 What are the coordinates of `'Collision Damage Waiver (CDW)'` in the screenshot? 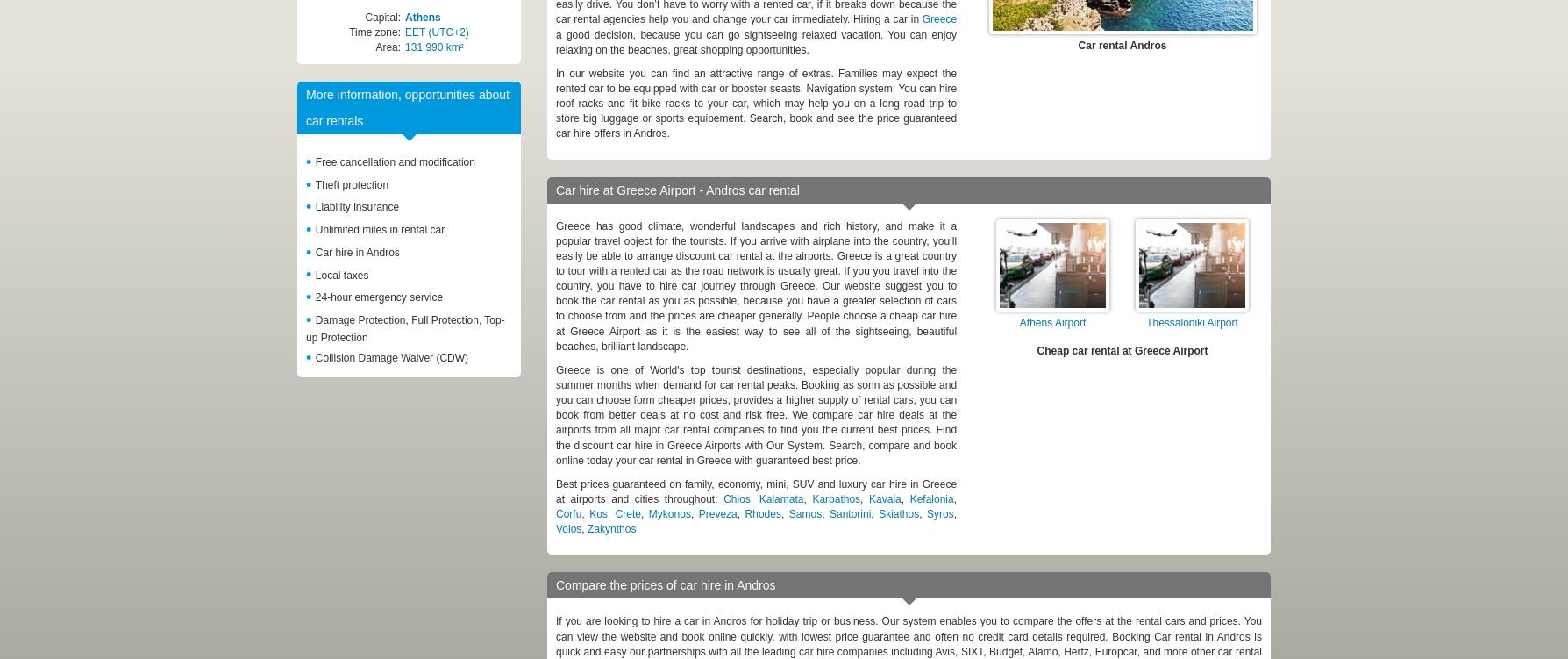 It's located at (390, 355).